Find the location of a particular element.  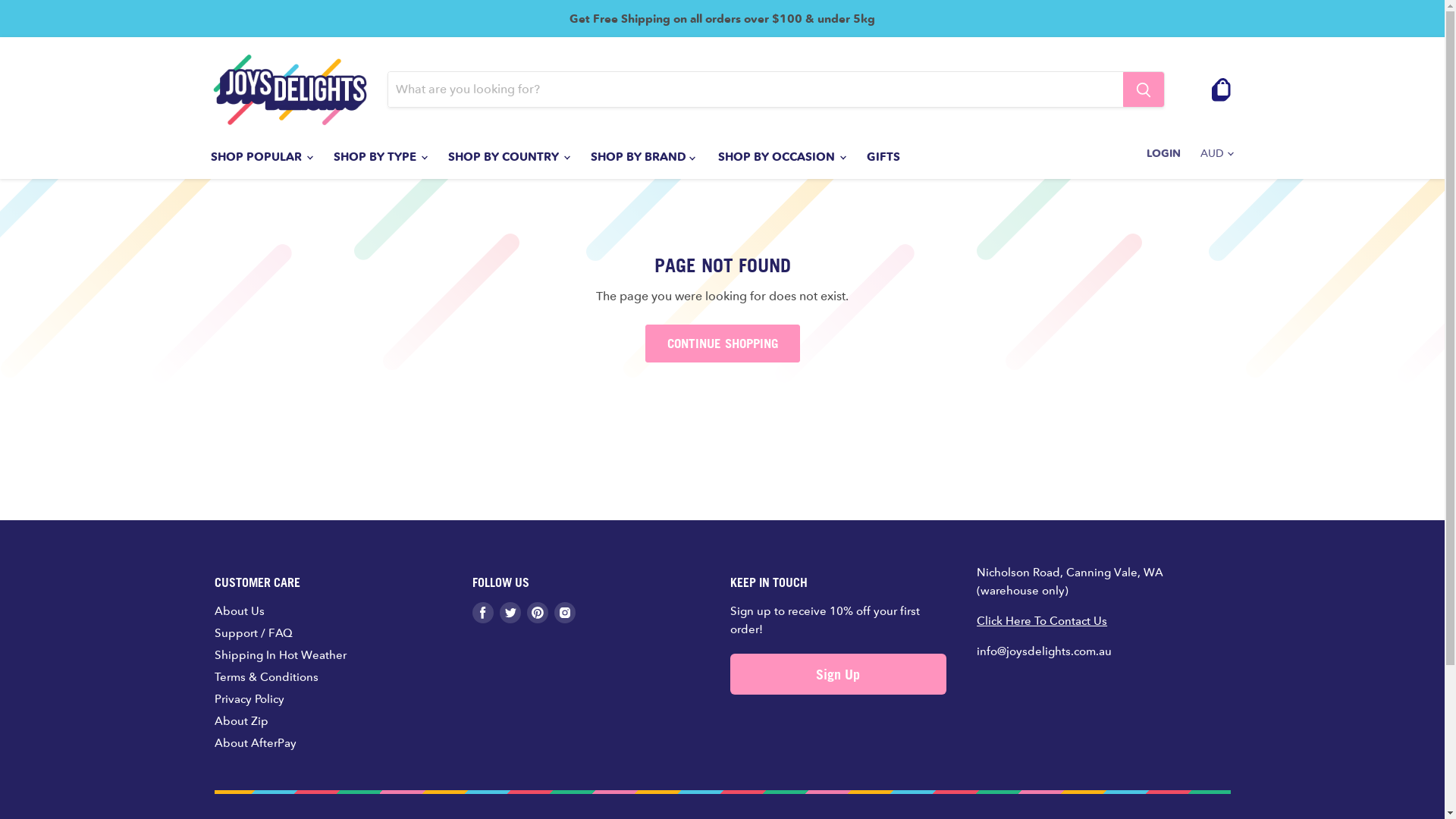

'About AfterPay' is located at coordinates (255, 742).